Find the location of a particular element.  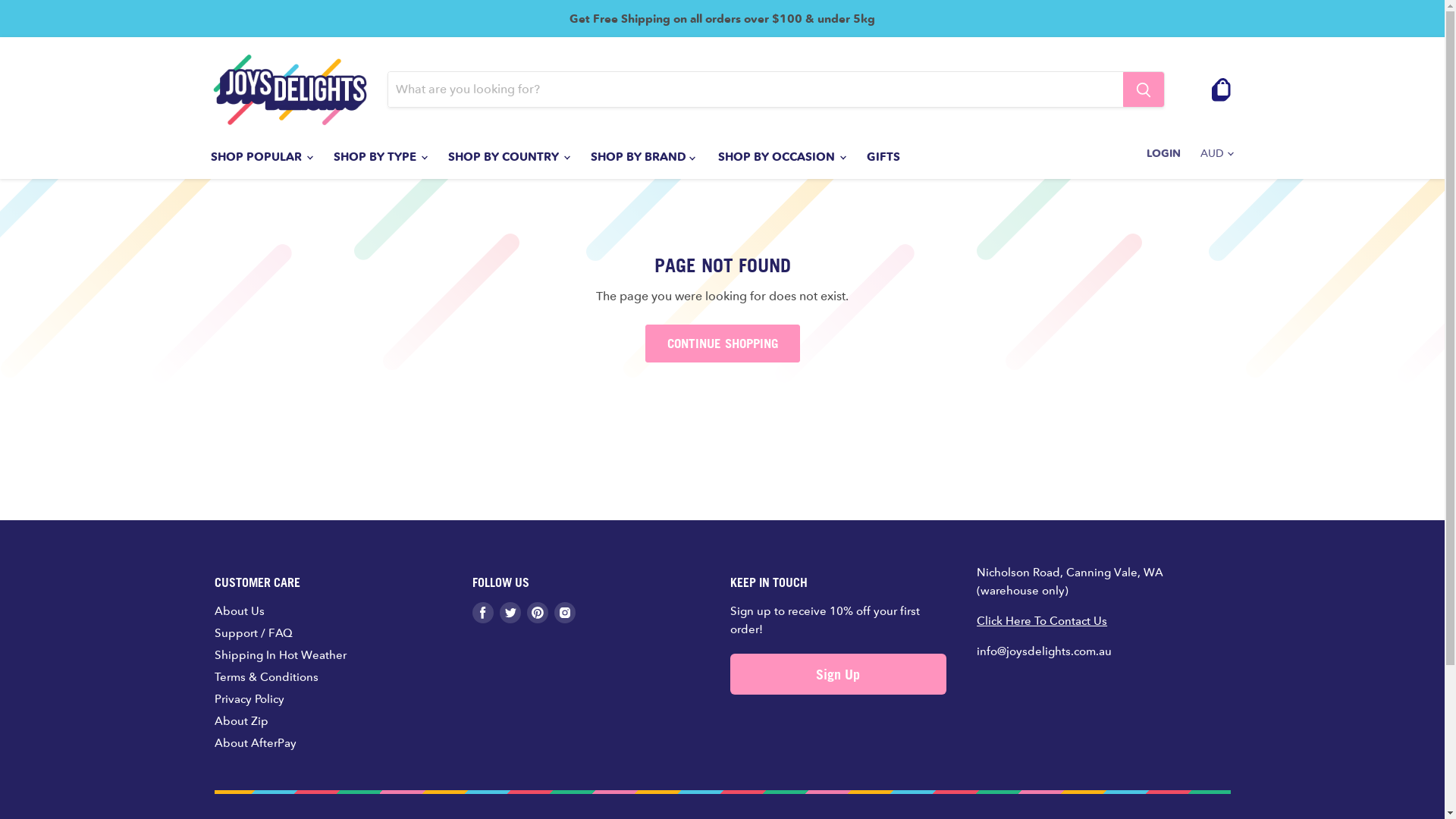

'About AfterPay' is located at coordinates (255, 742).